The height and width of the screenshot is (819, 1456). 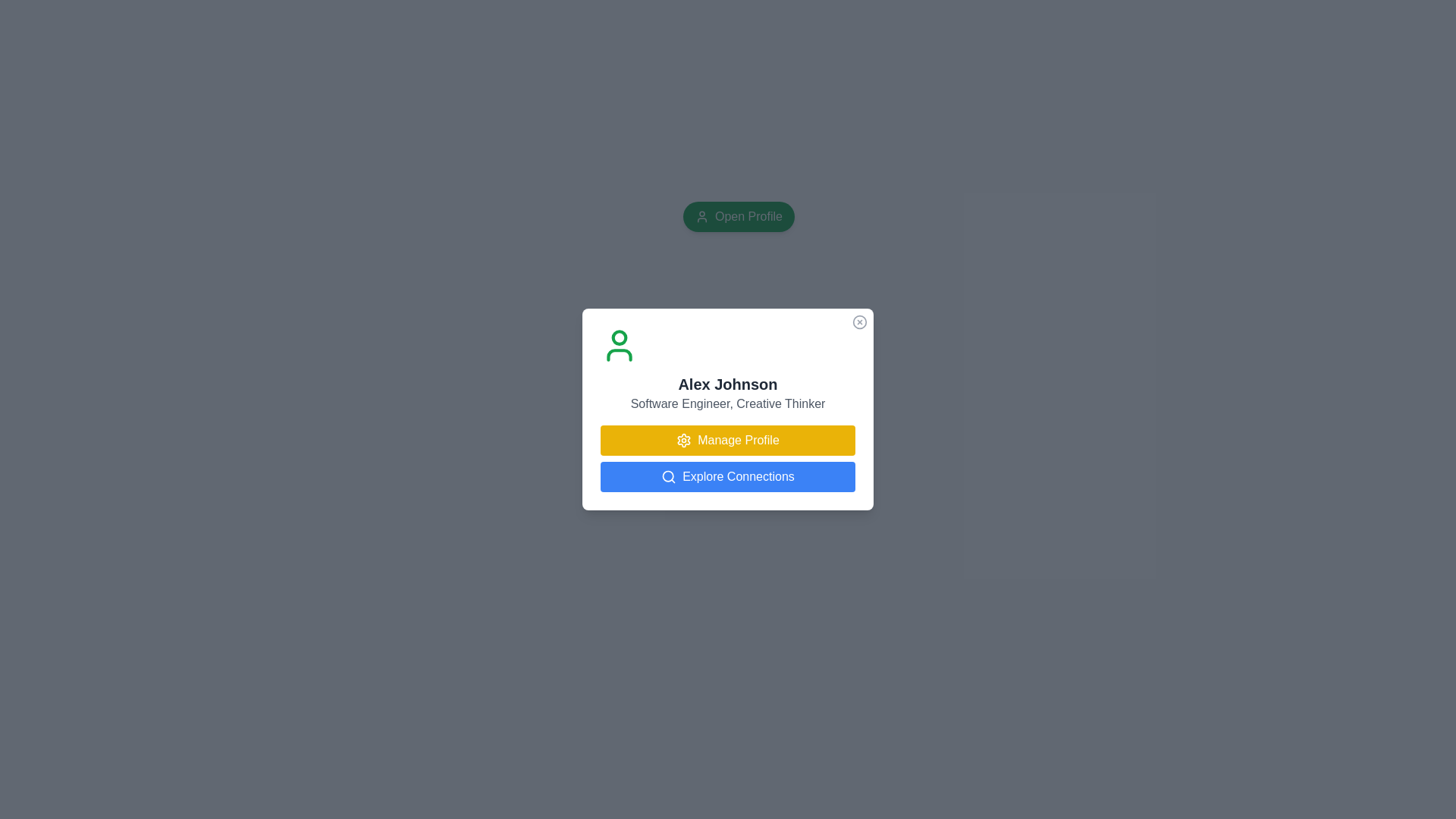 I want to click on the gear-shaped icon that is the leftmost icon within the 'Manage Profile' button, which is styled in yellow and located below the profile information section, so click(x=683, y=441).